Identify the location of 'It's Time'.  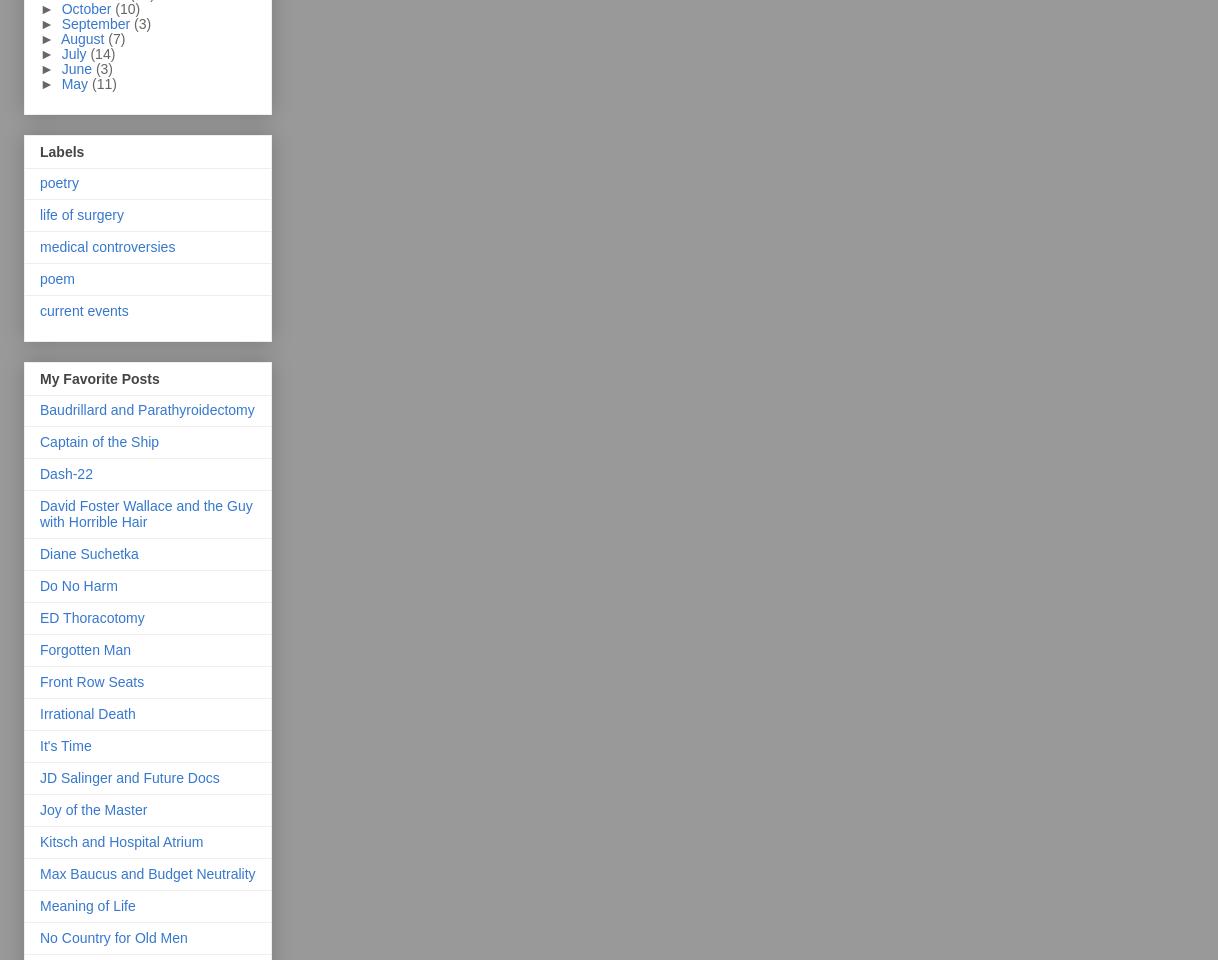
(64, 745).